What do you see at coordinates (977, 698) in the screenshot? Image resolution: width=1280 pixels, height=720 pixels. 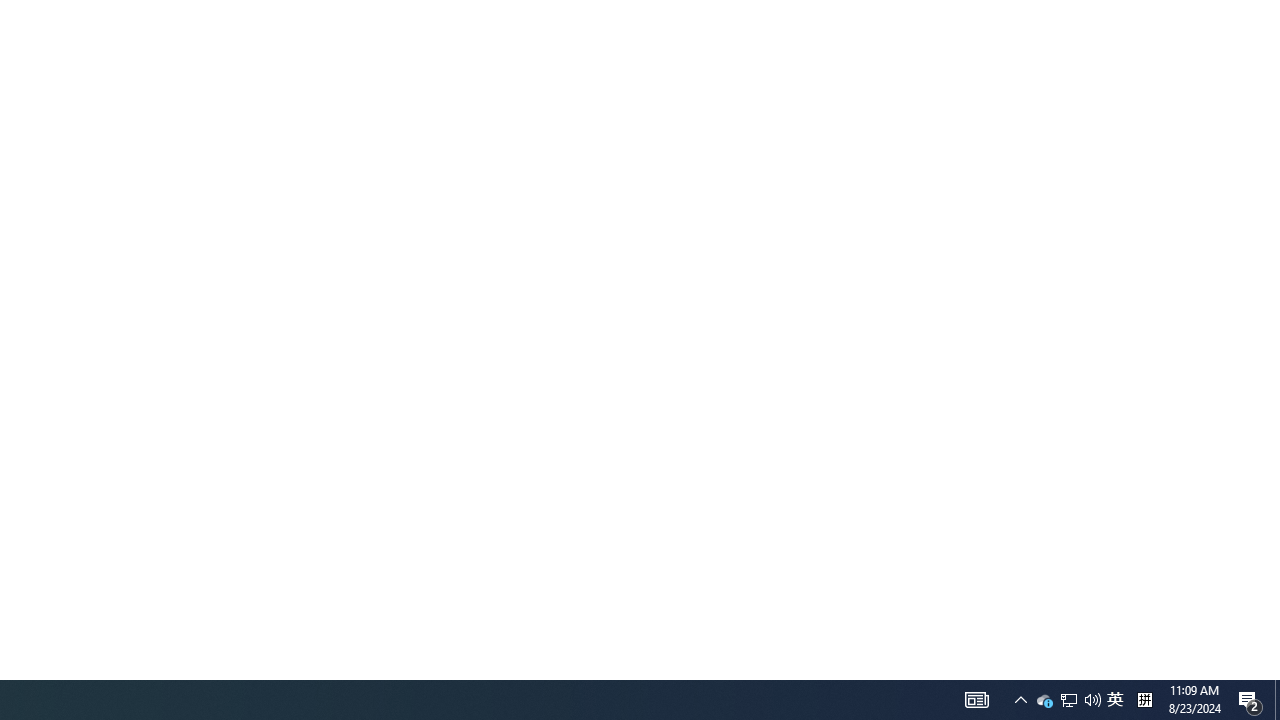 I see `'AutomationID: 4105'` at bounding box center [977, 698].